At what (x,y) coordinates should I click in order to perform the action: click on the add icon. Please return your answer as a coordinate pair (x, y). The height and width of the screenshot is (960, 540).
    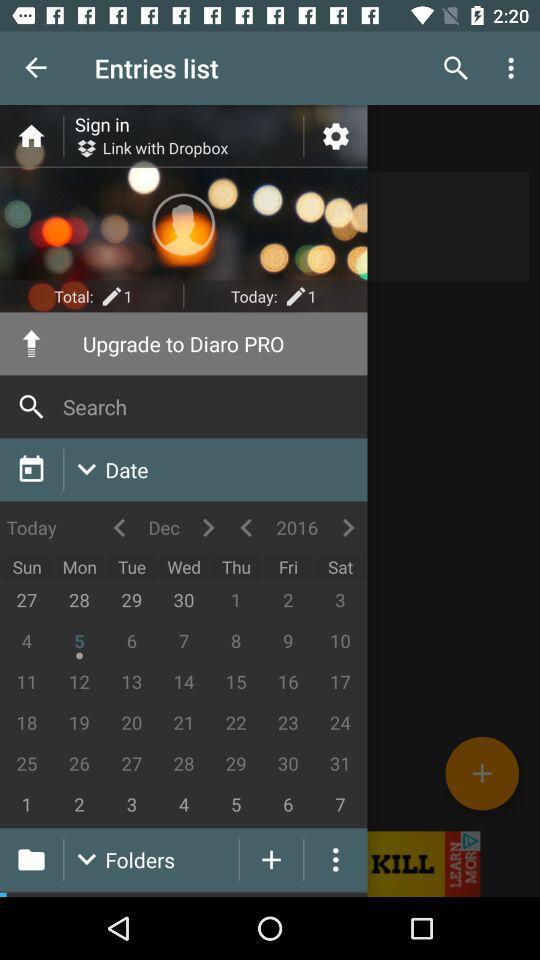
    Looking at the image, I should click on (481, 772).